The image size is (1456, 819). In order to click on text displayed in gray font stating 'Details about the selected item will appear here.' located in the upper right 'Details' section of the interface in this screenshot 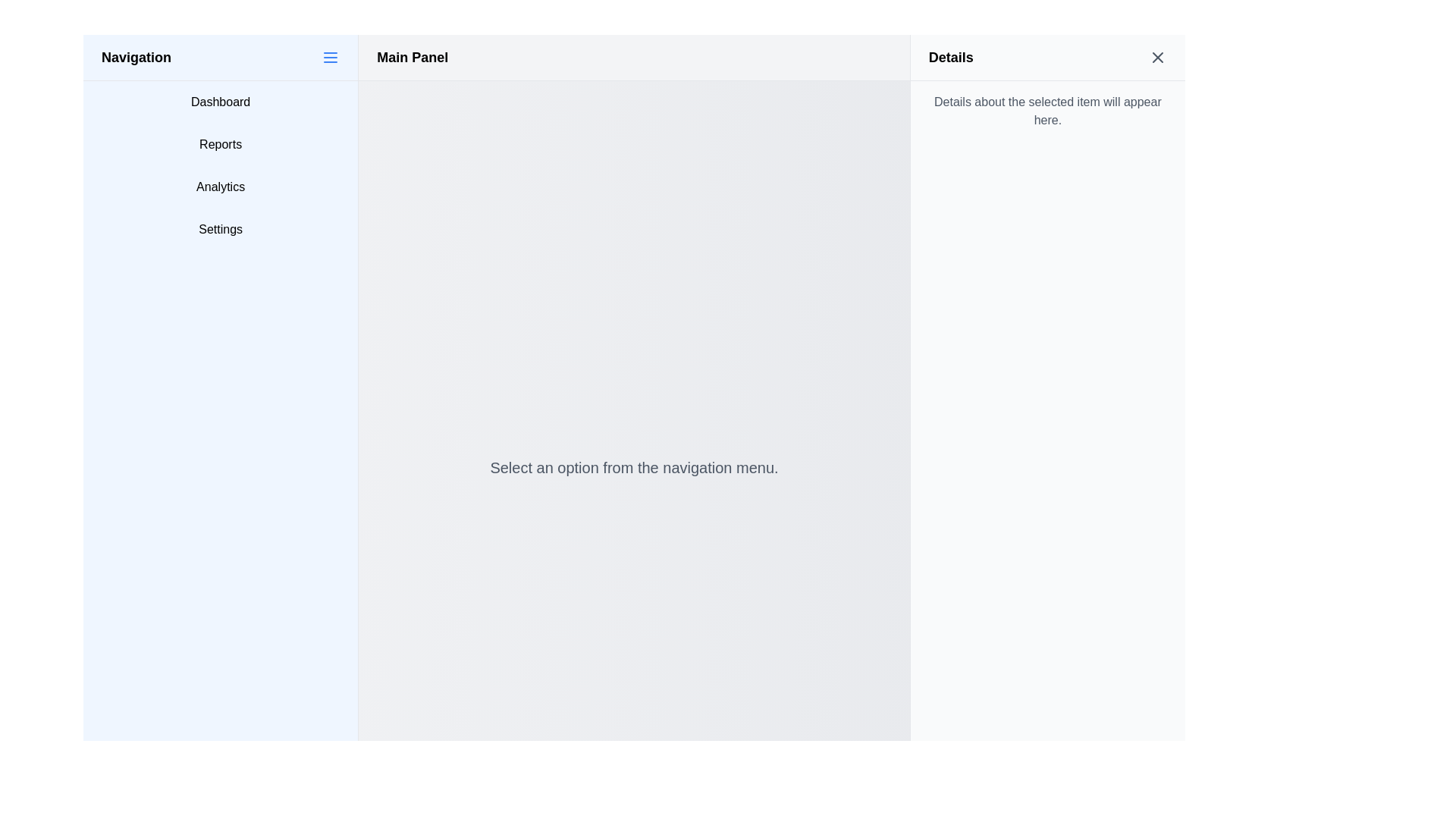, I will do `click(1046, 110)`.